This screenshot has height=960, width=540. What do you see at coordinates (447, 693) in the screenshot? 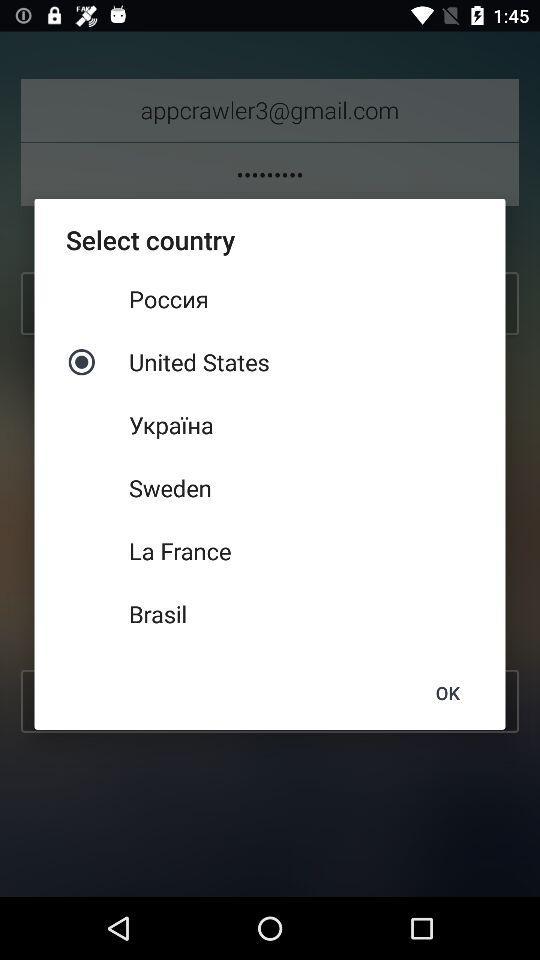
I see `the ok icon` at bounding box center [447, 693].